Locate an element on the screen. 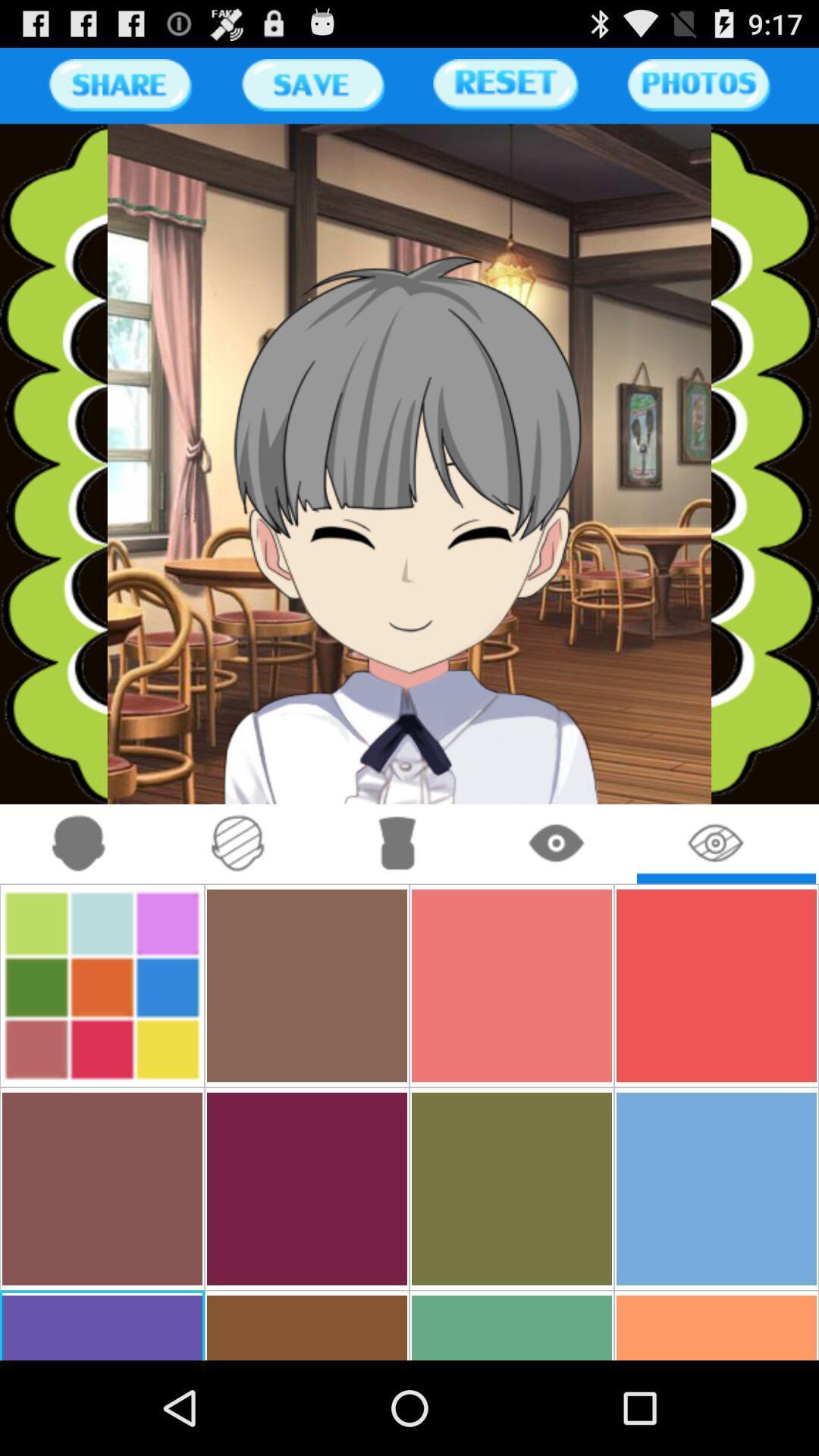 This screenshot has height=1456, width=819. the sliders icon is located at coordinates (312, 90).